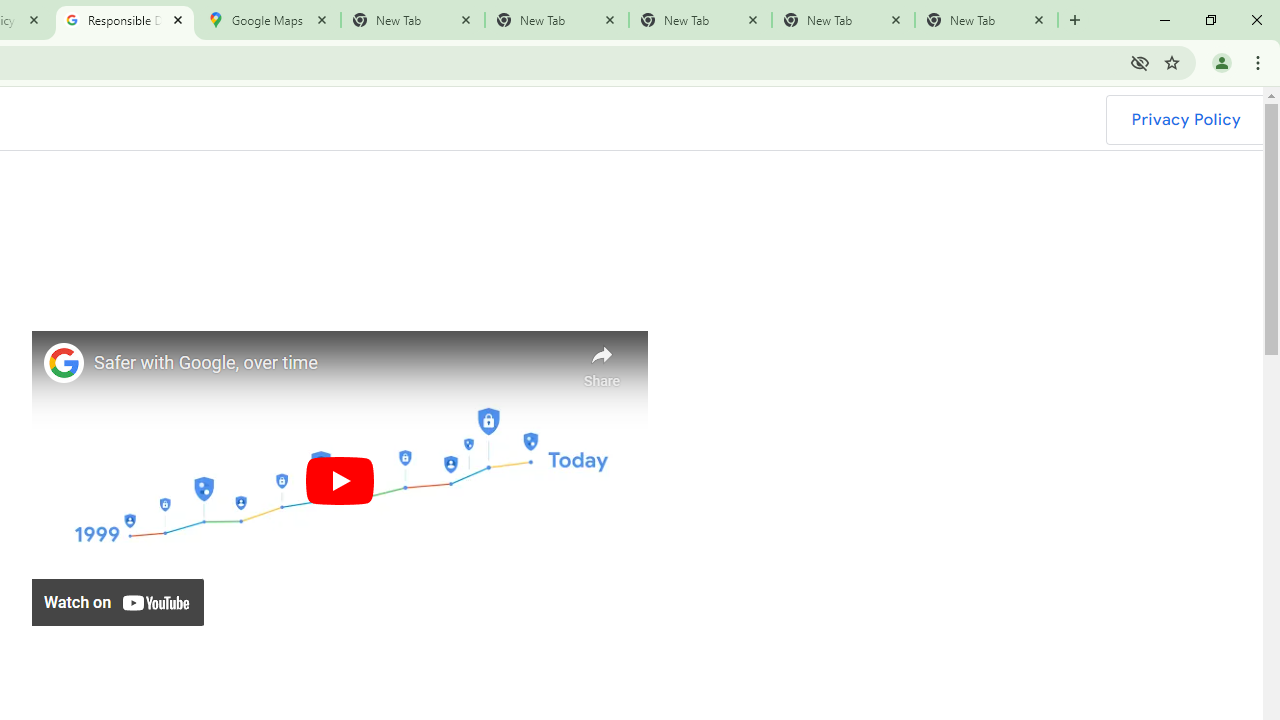  Describe the element at coordinates (601, 361) in the screenshot. I see `'Share'` at that location.